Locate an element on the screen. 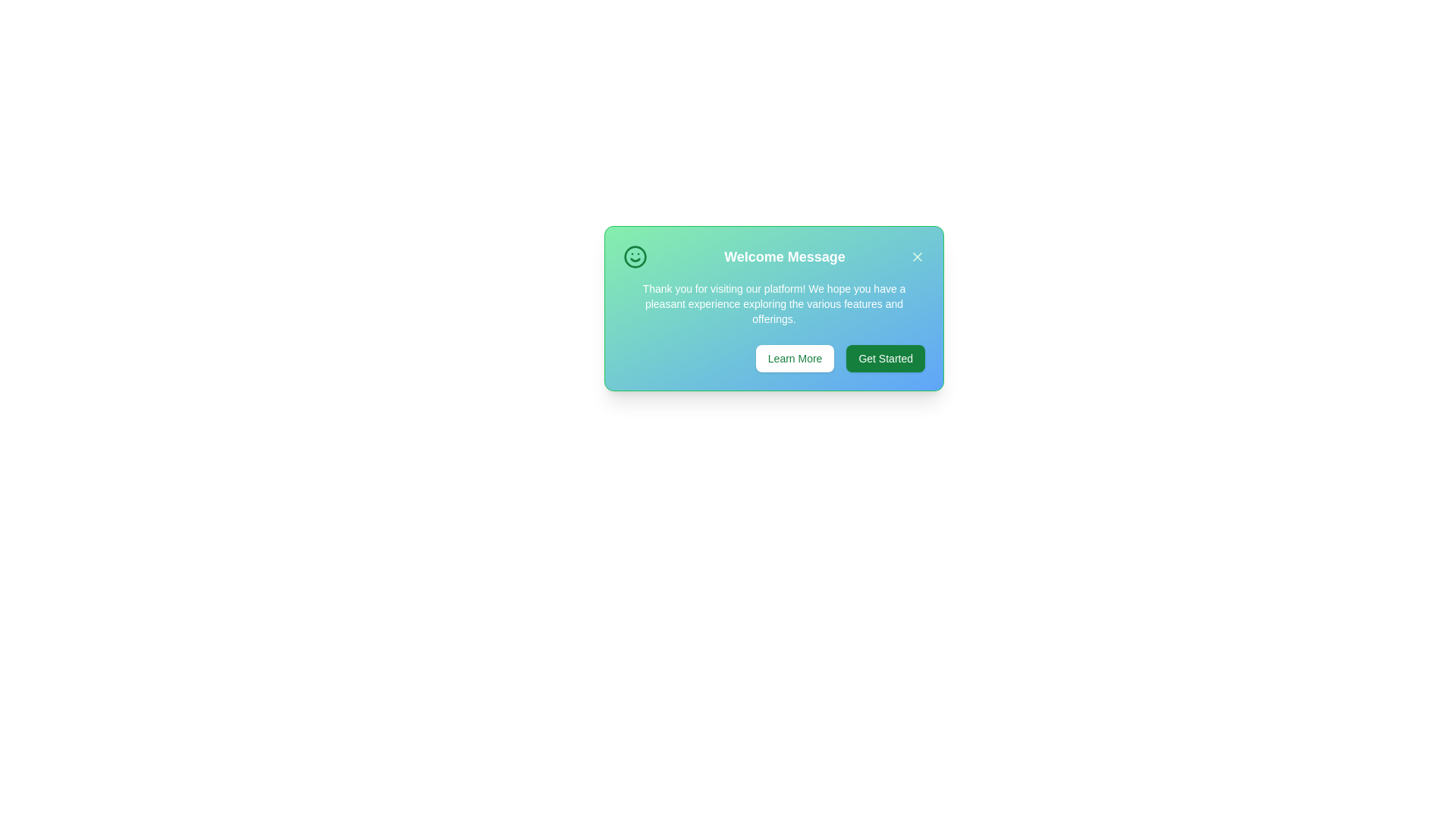 The width and height of the screenshot is (1456, 819). the 'Get Started' button is located at coordinates (885, 359).